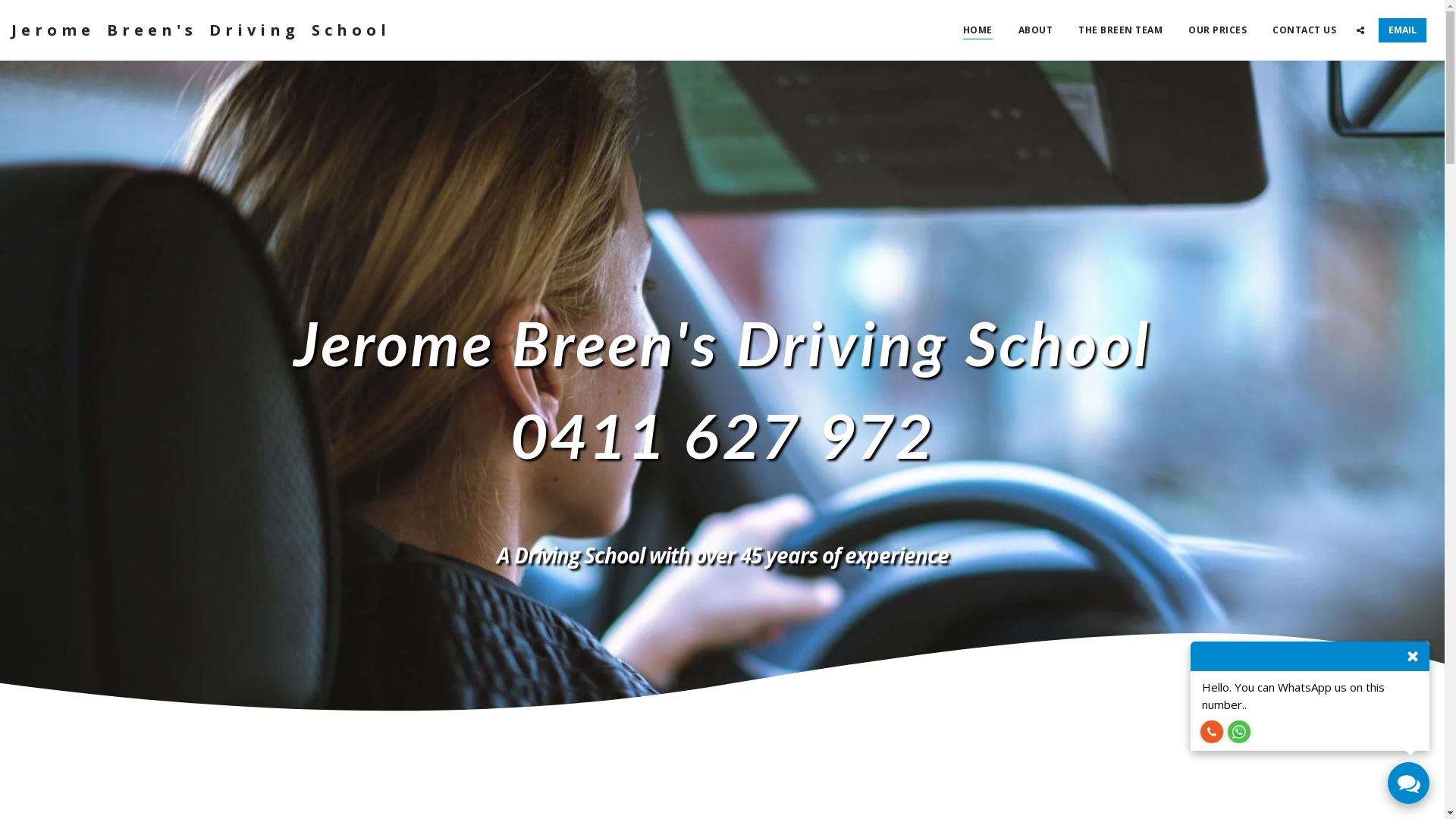 This screenshot has height=819, width=1456. Describe the element at coordinates (977, 29) in the screenshot. I see `'HOME'` at that location.